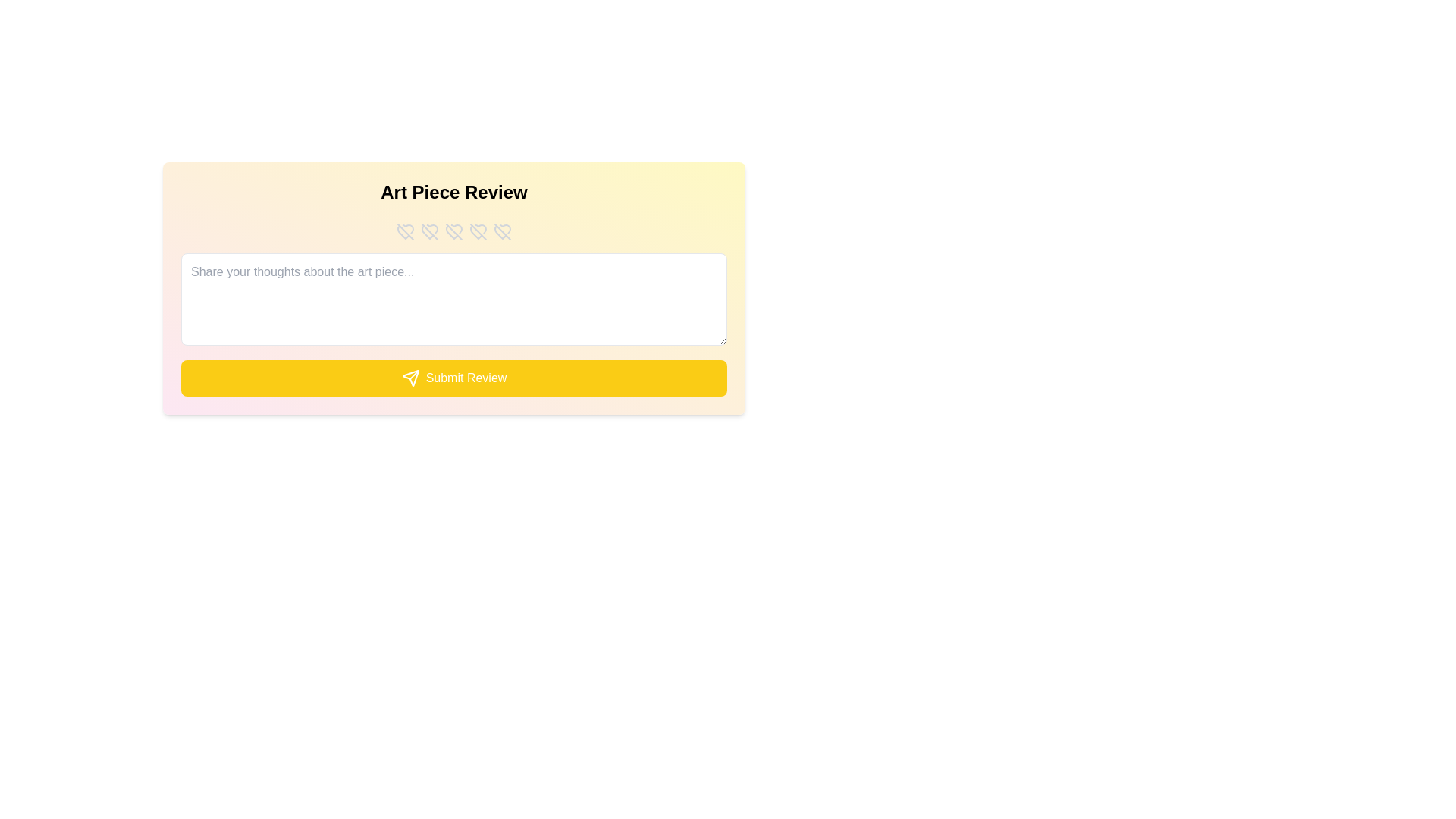  Describe the element at coordinates (502, 231) in the screenshot. I see `the rating to 5 stars by clicking on the respective star button` at that location.